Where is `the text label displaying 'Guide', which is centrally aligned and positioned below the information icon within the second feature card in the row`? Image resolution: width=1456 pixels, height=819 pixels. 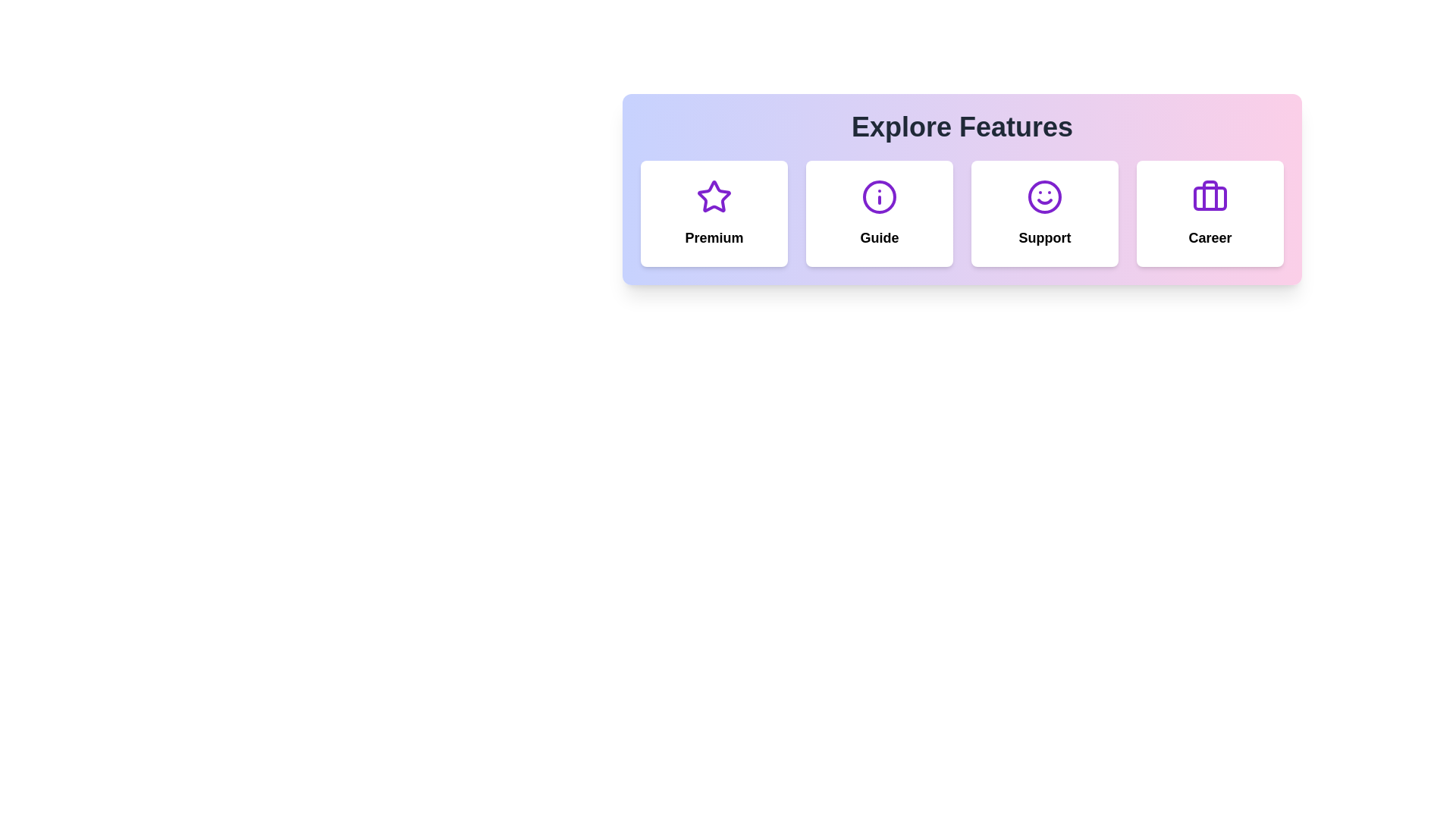
the text label displaying 'Guide', which is centrally aligned and positioned below the information icon within the second feature card in the row is located at coordinates (880, 237).